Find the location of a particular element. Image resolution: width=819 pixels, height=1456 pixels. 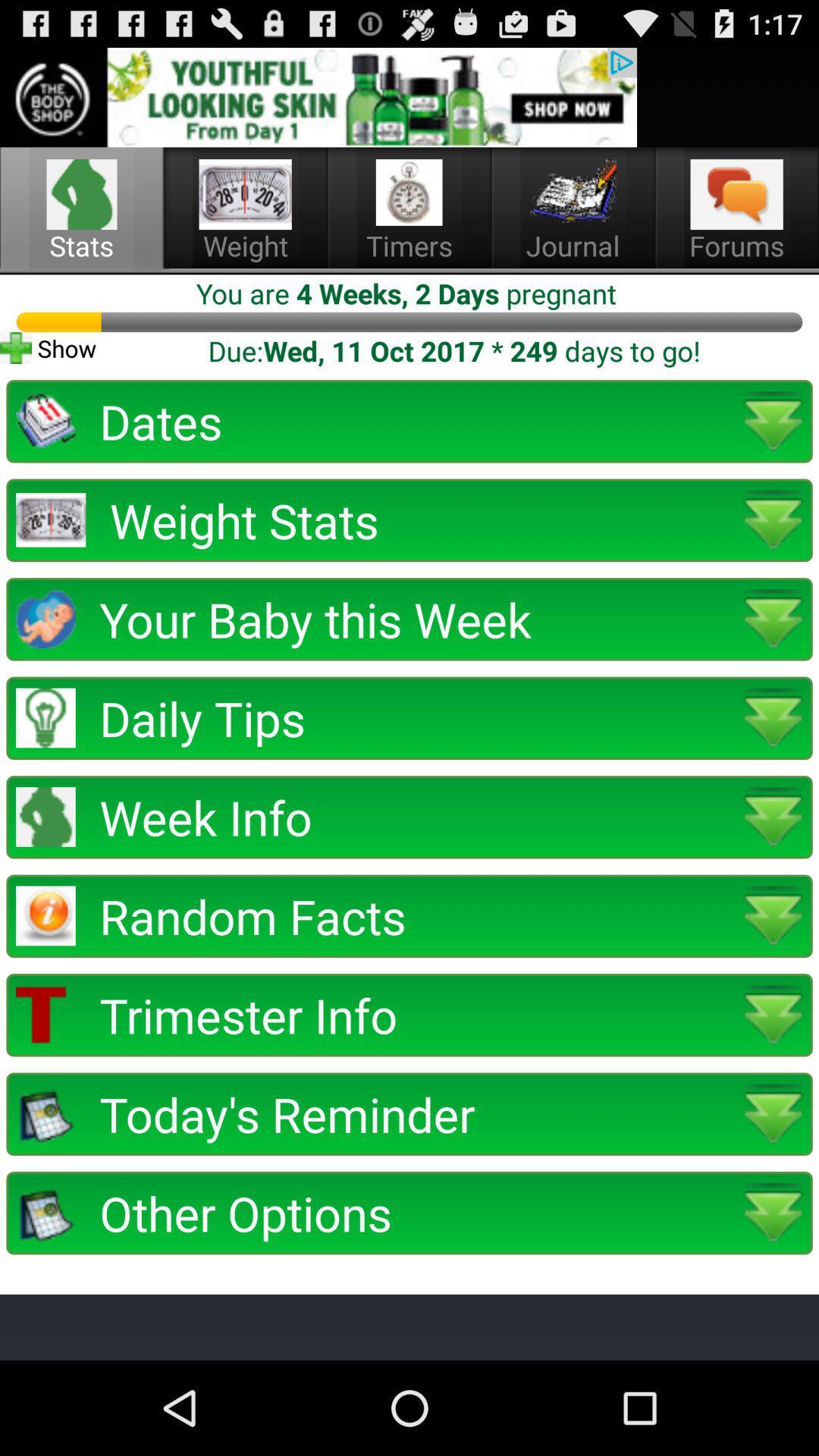

advertisement is located at coordinates (318, 96).